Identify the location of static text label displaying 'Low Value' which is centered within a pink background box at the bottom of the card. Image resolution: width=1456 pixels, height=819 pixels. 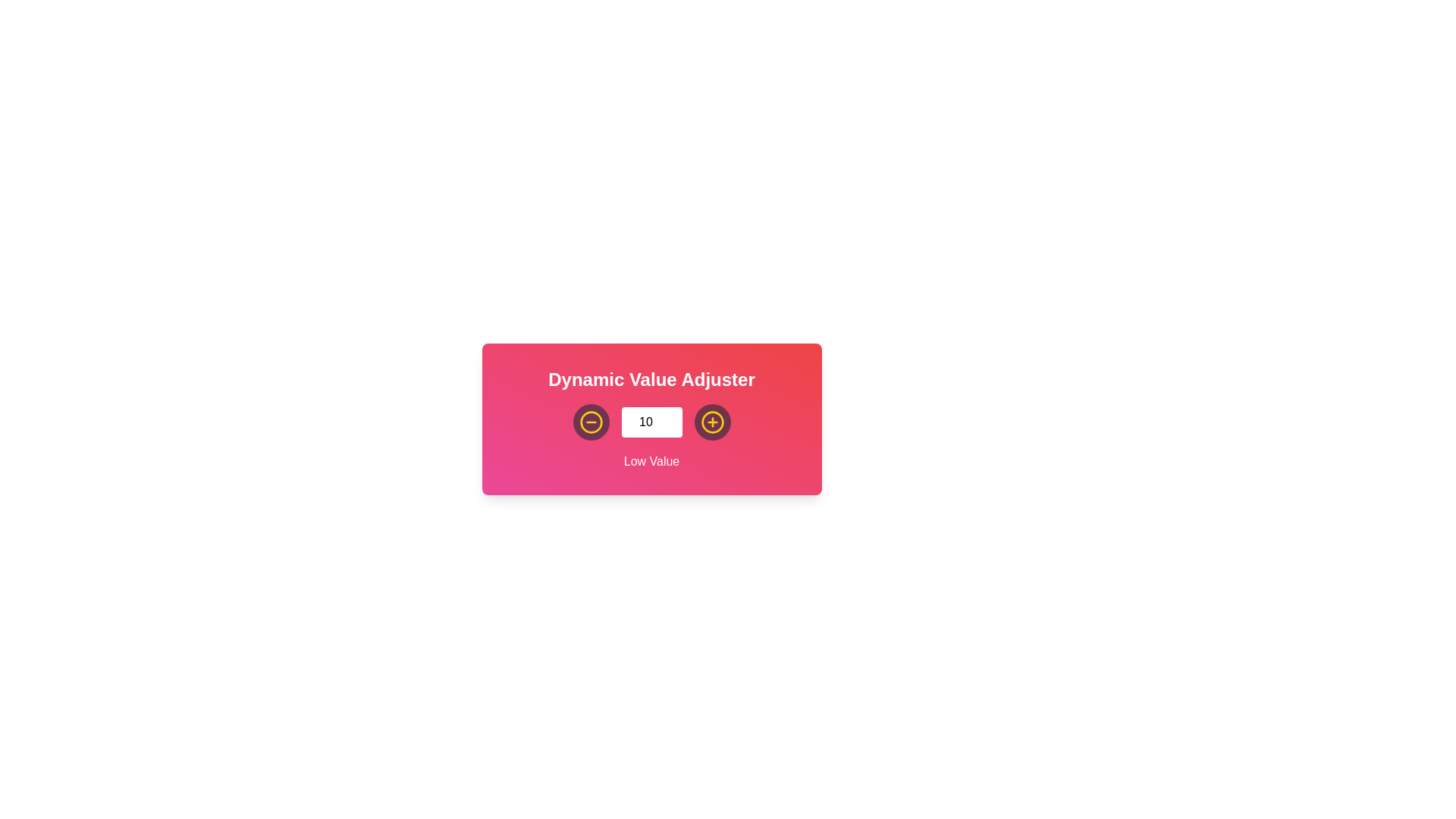
(651, 461).